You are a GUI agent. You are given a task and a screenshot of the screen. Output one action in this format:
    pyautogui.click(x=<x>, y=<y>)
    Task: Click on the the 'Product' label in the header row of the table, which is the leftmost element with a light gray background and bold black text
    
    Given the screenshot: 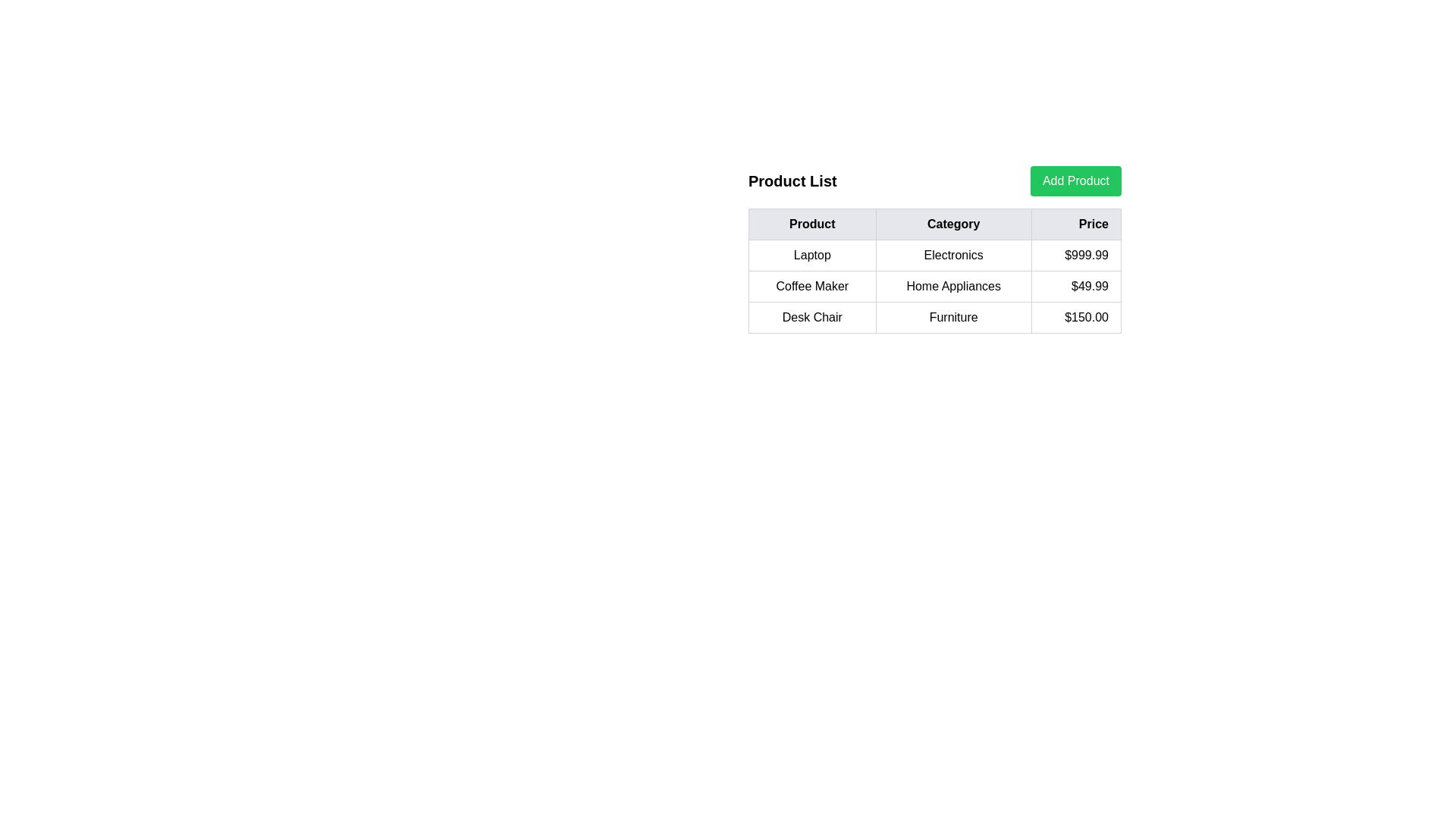 What is the action you would take?
    pyautogui.click(x=811, y=224)
    